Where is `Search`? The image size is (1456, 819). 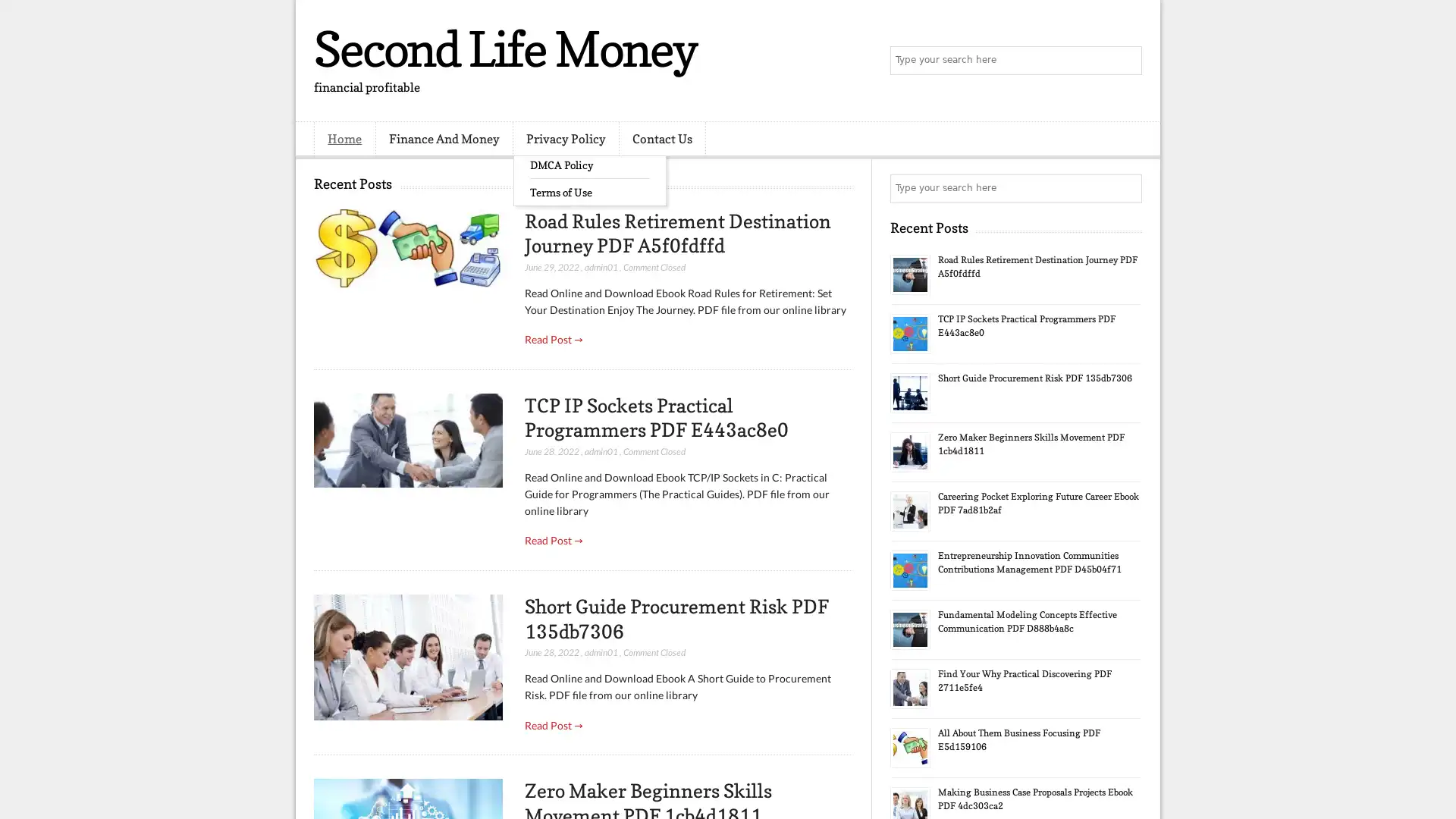
Search is located at coordinates (1126, 61).